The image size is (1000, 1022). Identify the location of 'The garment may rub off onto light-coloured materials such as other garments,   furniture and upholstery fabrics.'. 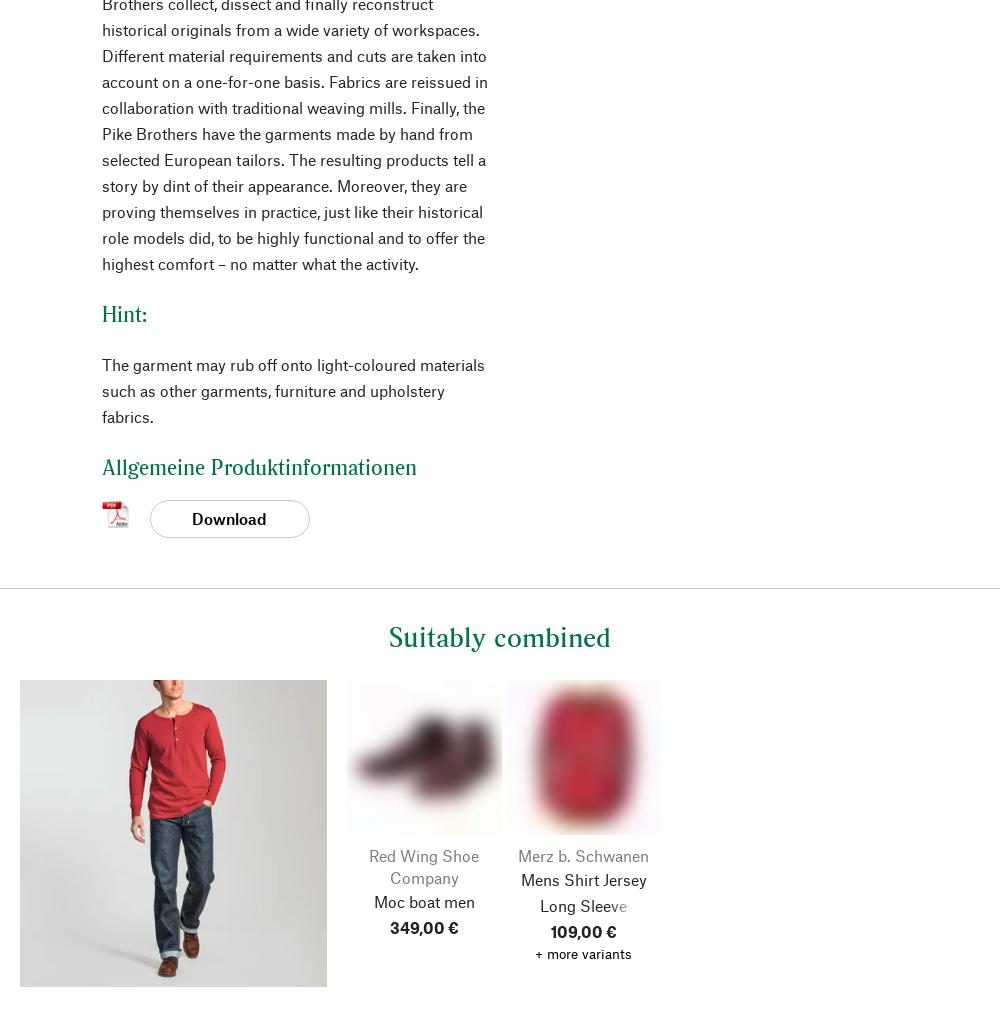
(292, 388).